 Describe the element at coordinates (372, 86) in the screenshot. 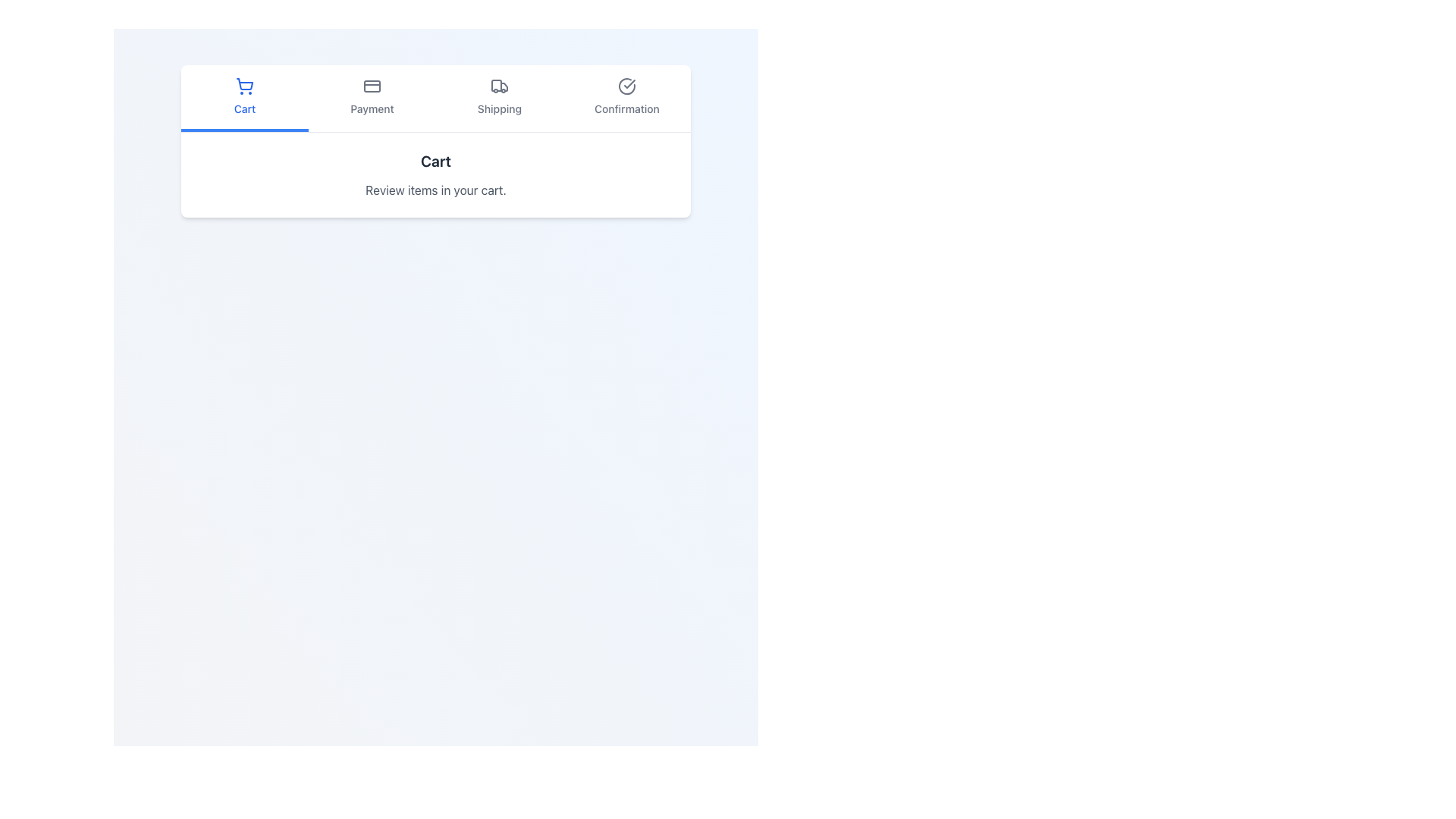

I see `the credit card icon located in the upper rectangular region of the navigation bar, which is the second item from the left` at that location.